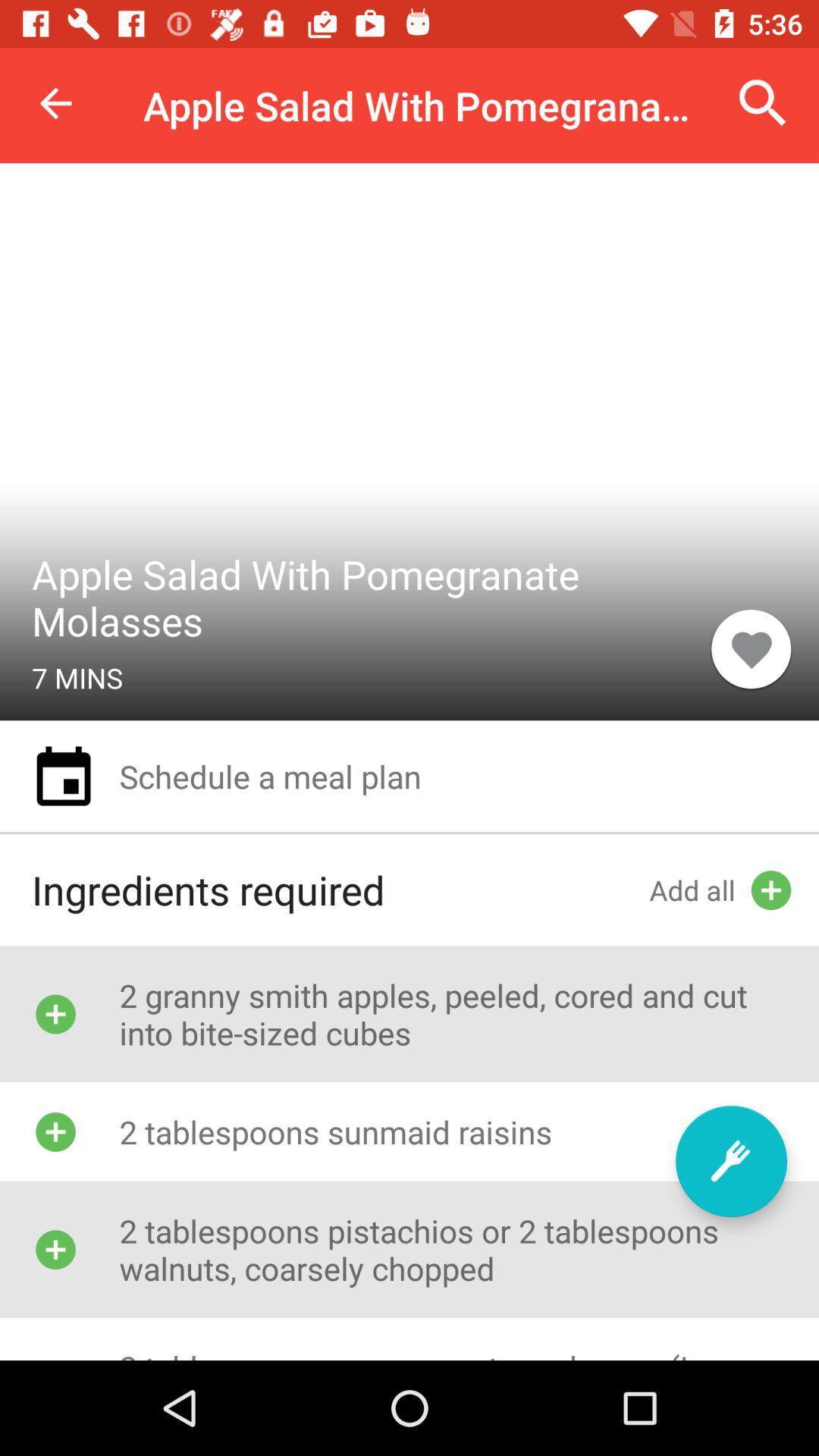 This screenshot has height=1456, width=819. What do you see at coordinates (730, 1160) in the screenshot?
I see `the item below 2 granny smith item` at bounding box center [730, 1160].